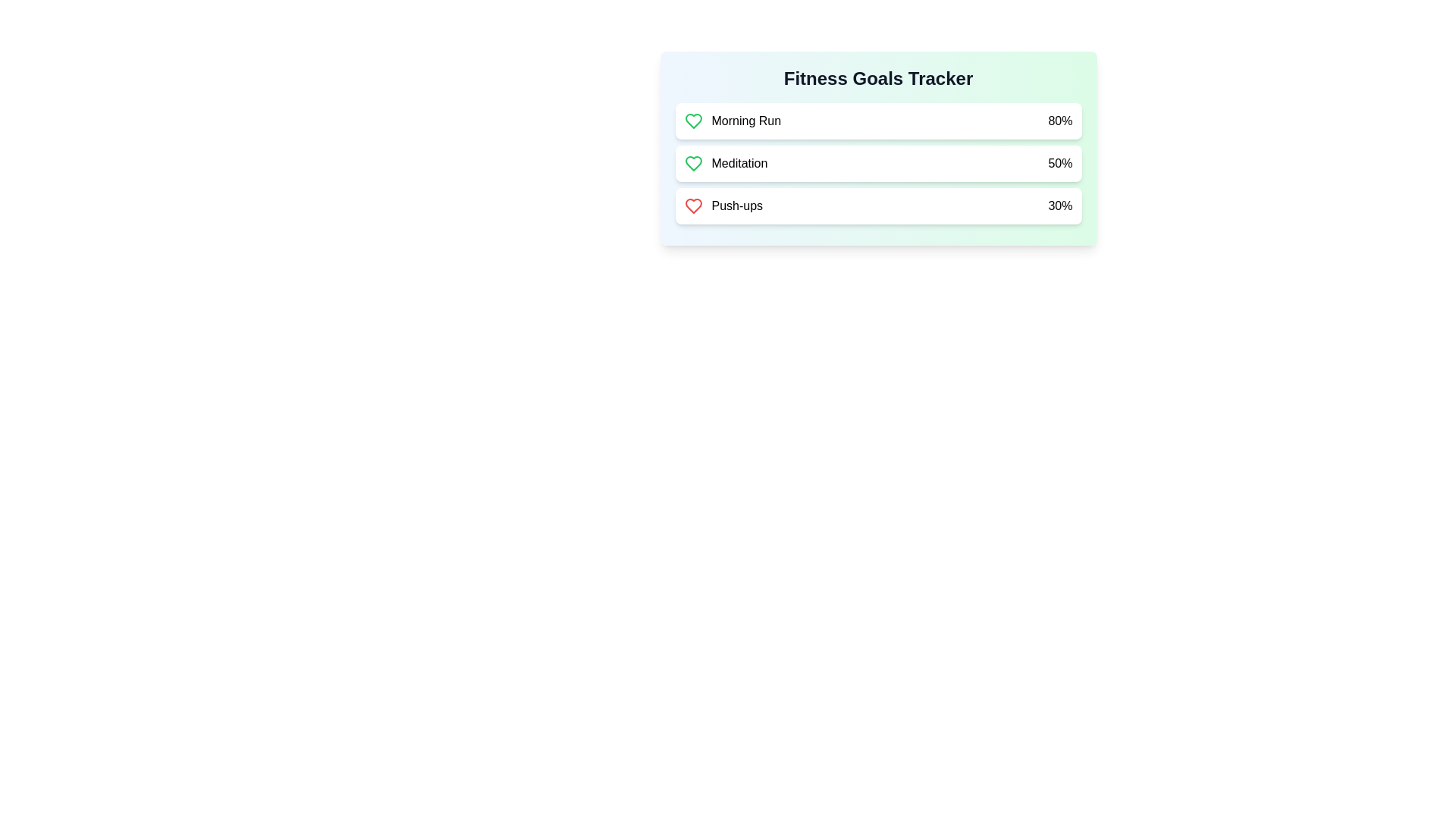 The width and height of the screenshot is (1456, 819). I want to click on the red heart icon indicating a negative status in the 'Fitness Goals Tracker' interface, so click(692, 206).